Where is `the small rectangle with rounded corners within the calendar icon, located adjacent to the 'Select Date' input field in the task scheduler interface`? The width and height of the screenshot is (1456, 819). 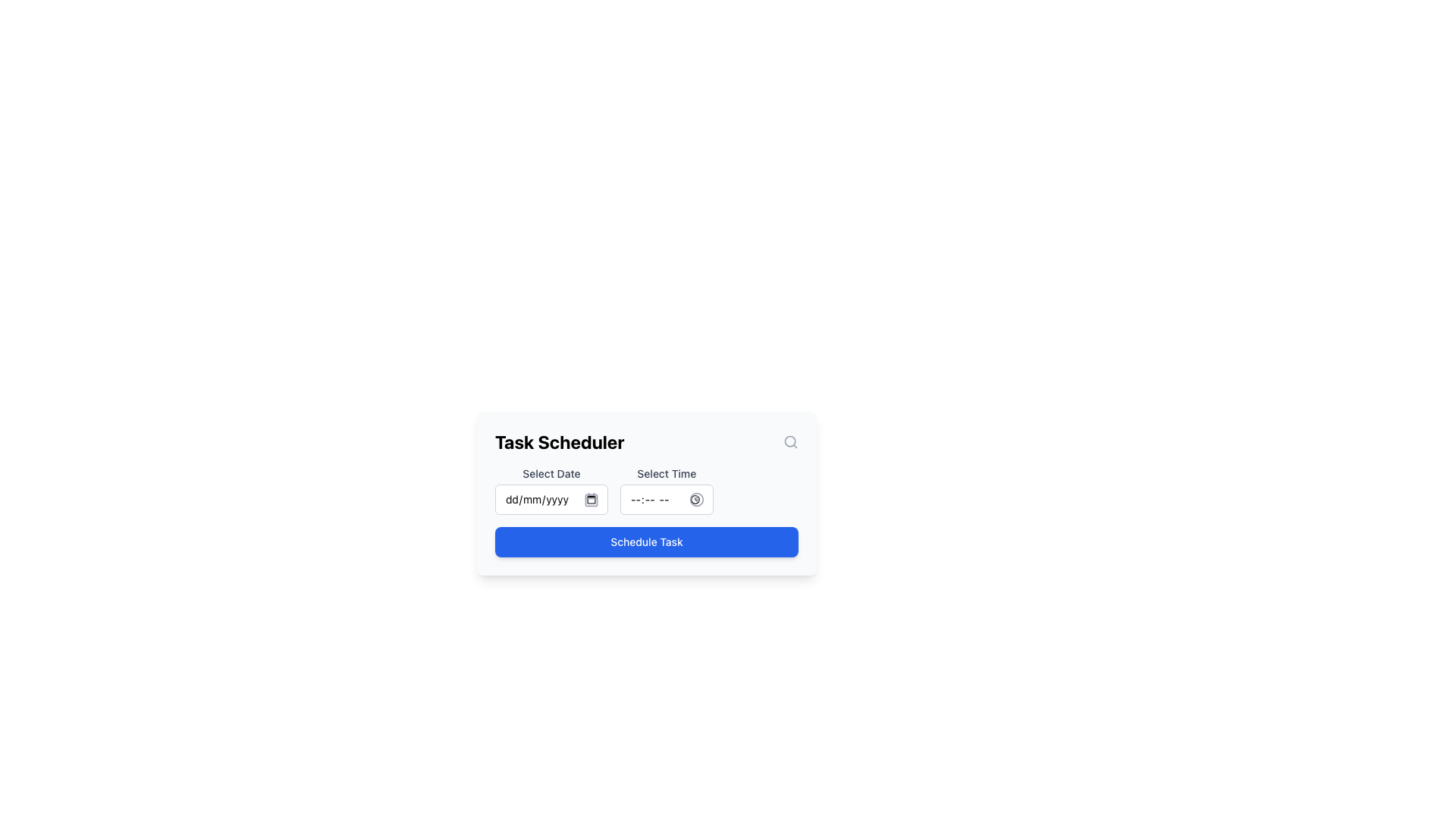 the small rectangle with rounded corners within the calendar icon, located adjacent to the 'Select Date' input field in the task scheduler interface is located at coordinates (590, 500).